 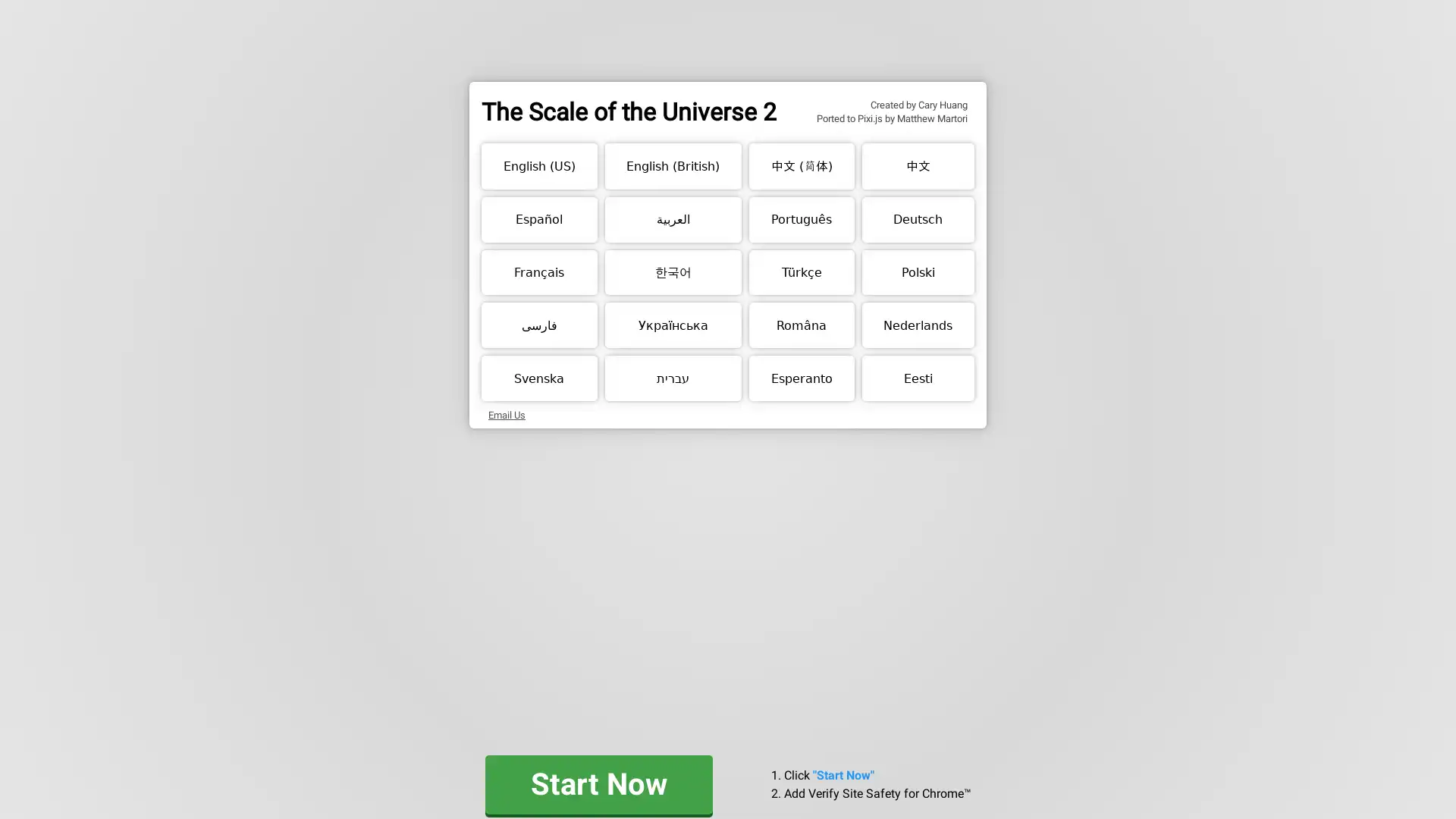 What do you see at coordinates (538, 166) in the screenshot?
I see `English (US)` at bounding box center [538, 166].